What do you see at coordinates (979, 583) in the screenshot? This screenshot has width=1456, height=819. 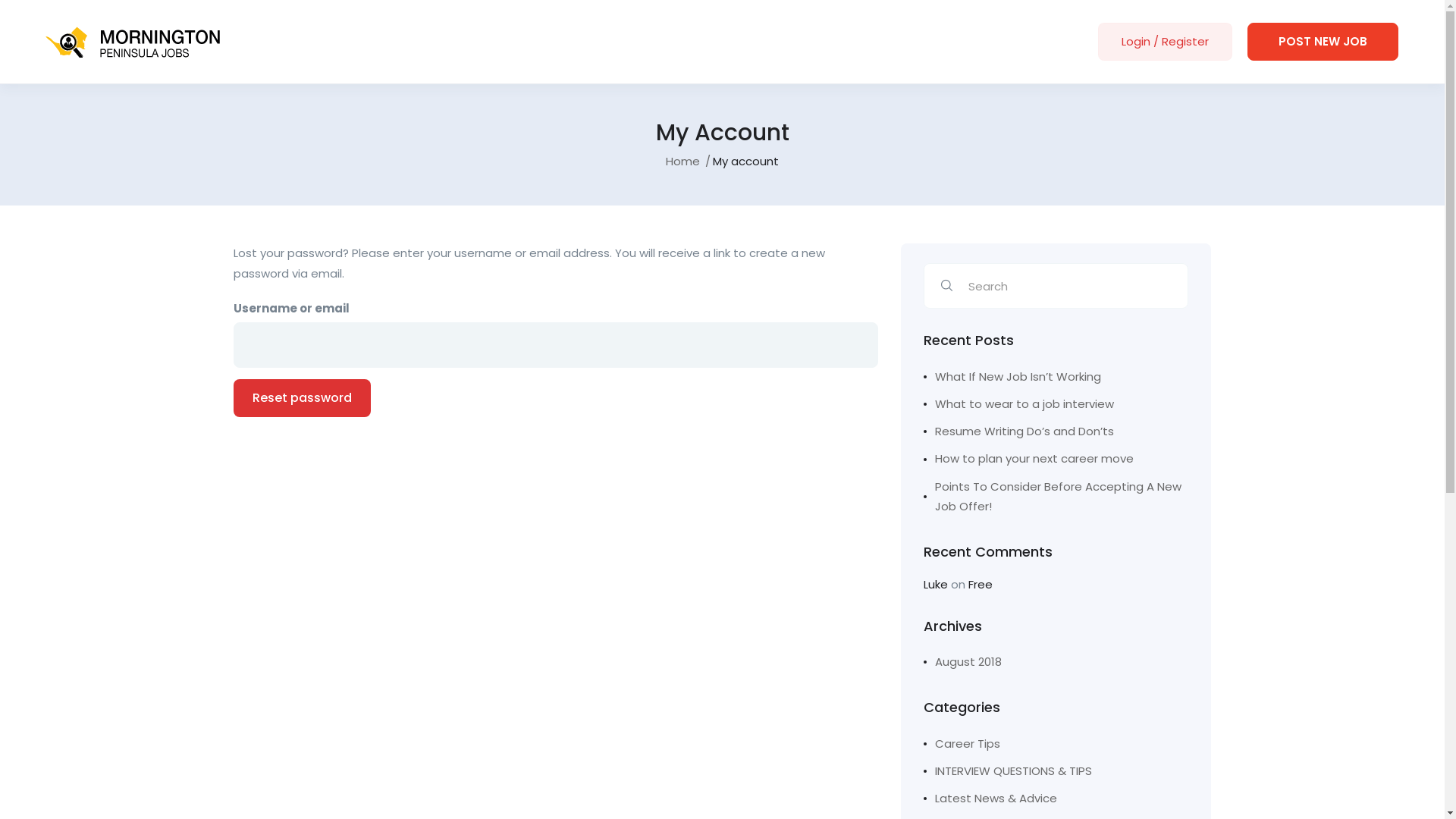 I see `'Free'` at bounding box center [979, 583].